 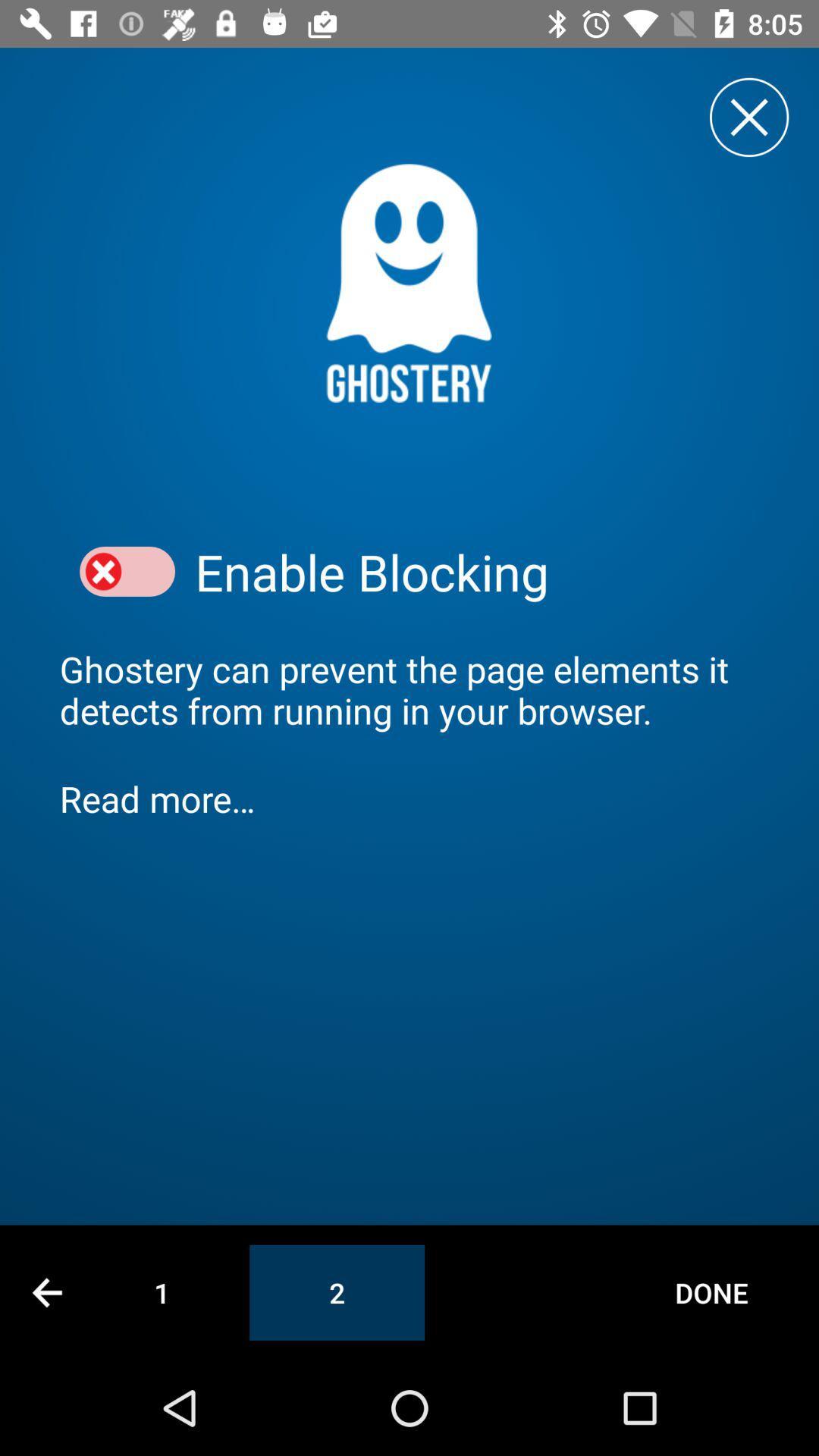 What do you see at coordinates (409, 798) in the screenshot?
I see `the item below the ghostery can prevent` at bounding box center [409, 798].